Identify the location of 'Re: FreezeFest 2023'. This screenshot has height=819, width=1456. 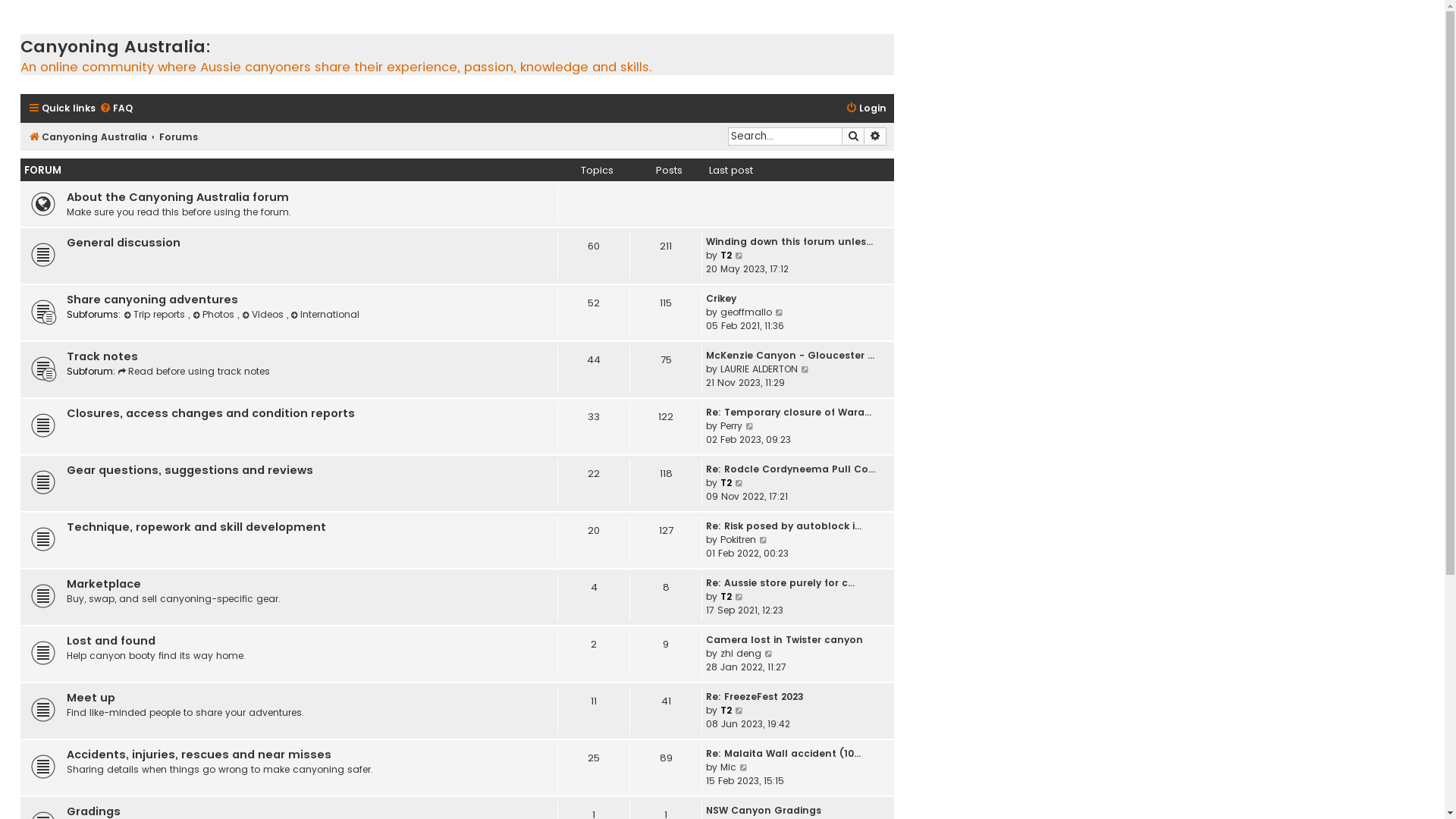
(705, 696).